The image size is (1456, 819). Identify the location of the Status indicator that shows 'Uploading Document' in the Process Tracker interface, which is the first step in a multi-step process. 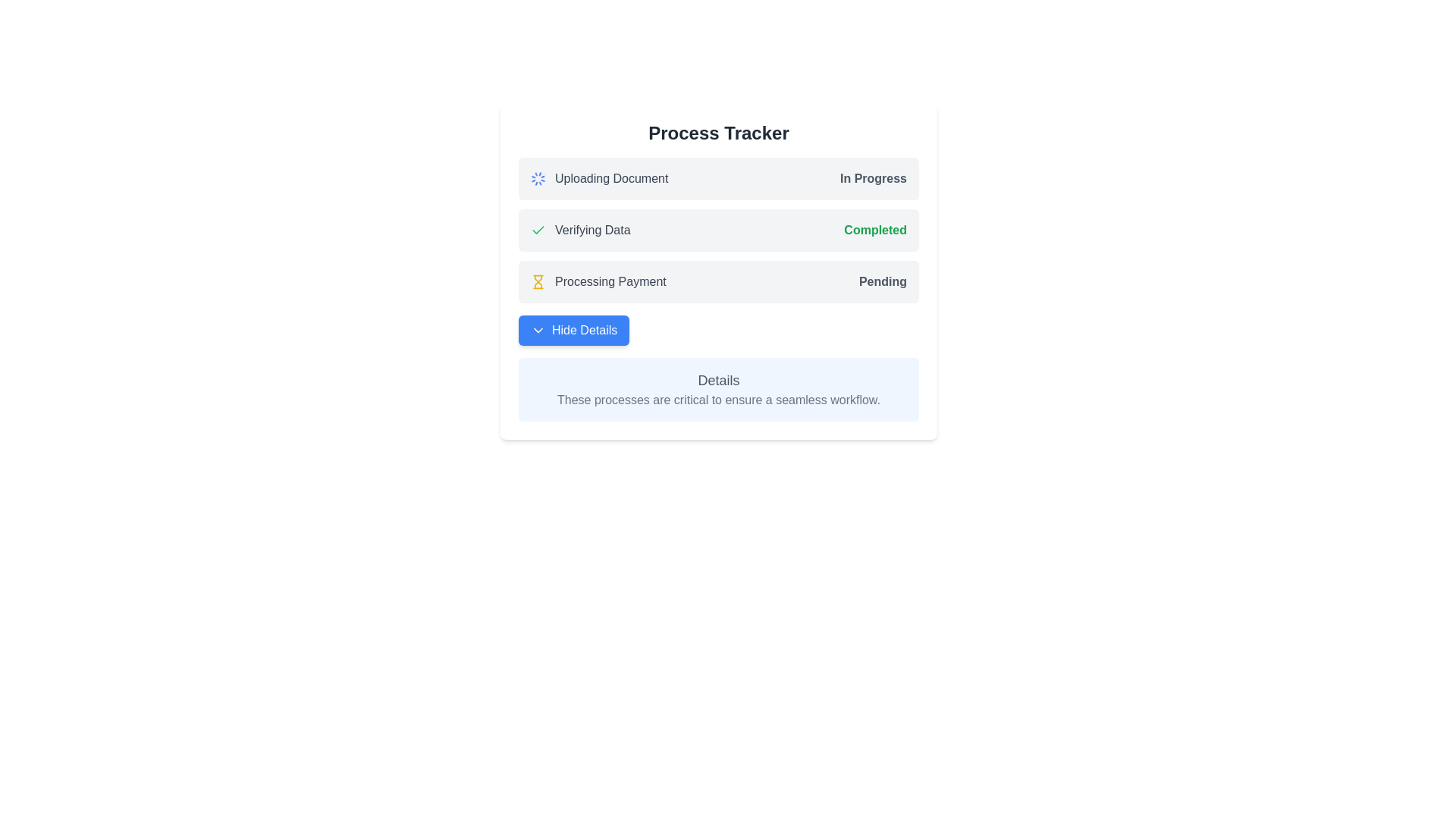
(718, 177).